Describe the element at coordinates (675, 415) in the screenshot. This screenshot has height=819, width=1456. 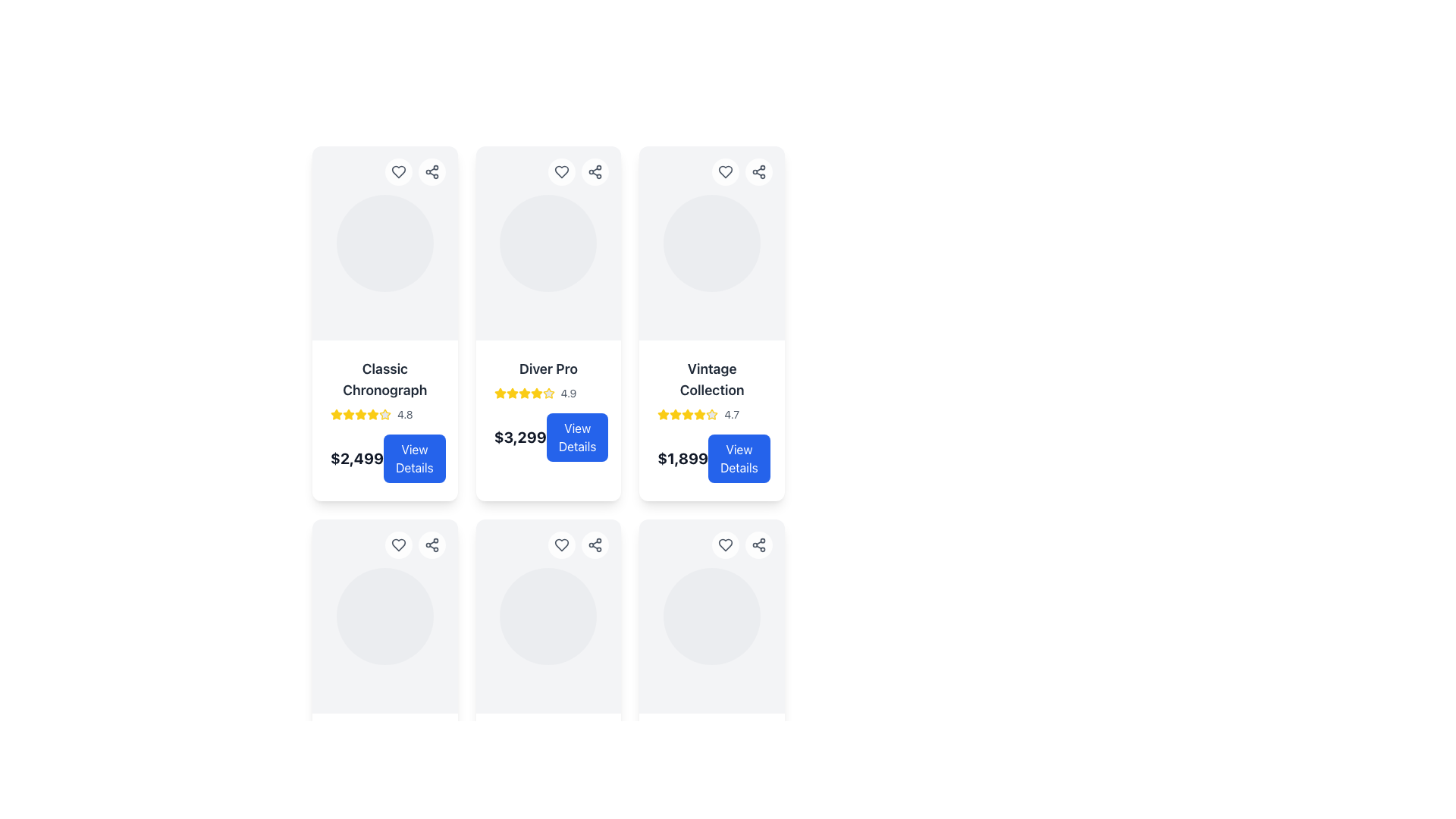
I see `the third yellow star icon used for ratings, located below the title 'Vintage Collection' and above the price text '$1,899'` at that location.